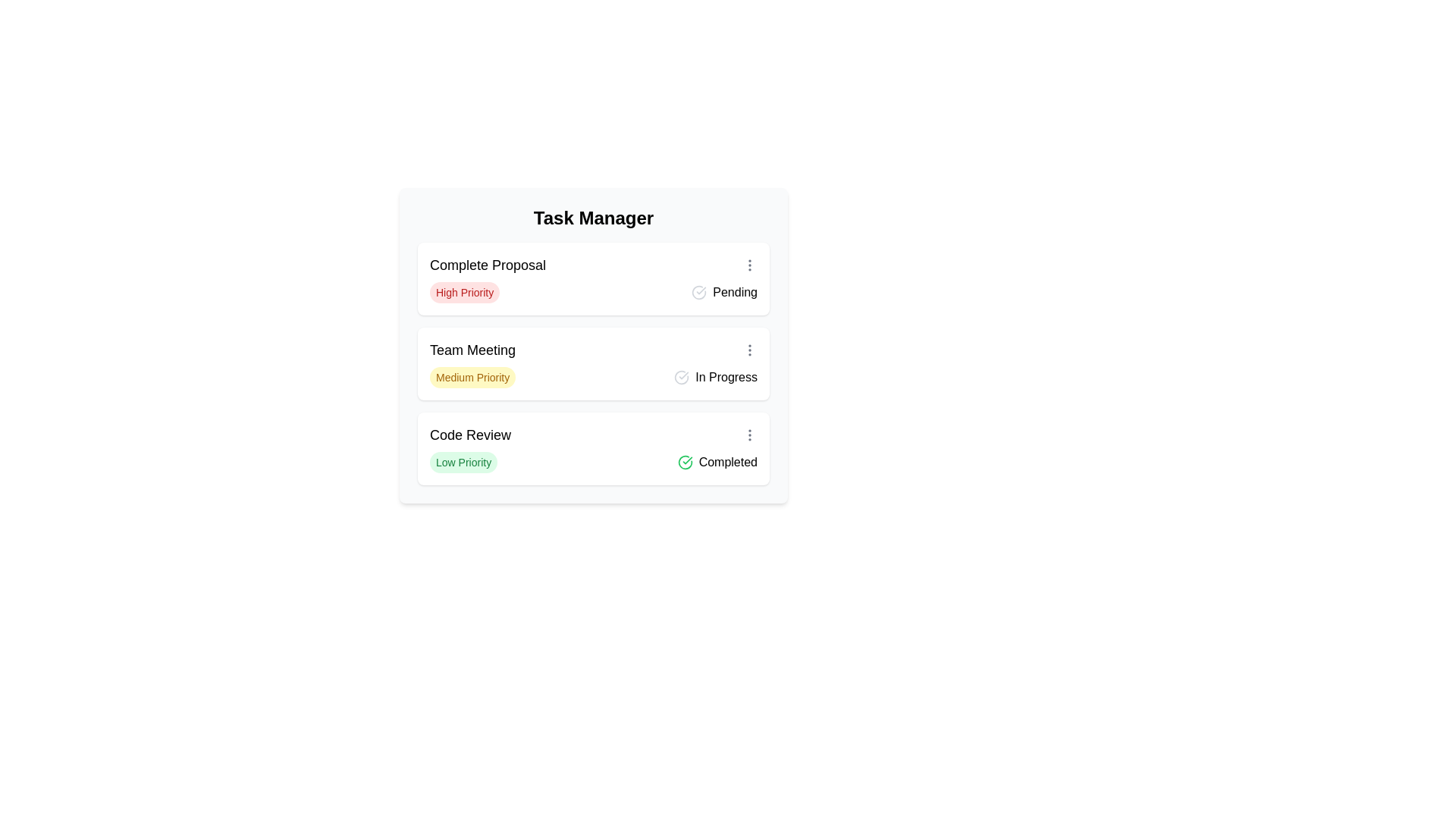  I want to click on the 'Team Meeting' task card in the middle of the vertical list to see its details, so click(592, 363).